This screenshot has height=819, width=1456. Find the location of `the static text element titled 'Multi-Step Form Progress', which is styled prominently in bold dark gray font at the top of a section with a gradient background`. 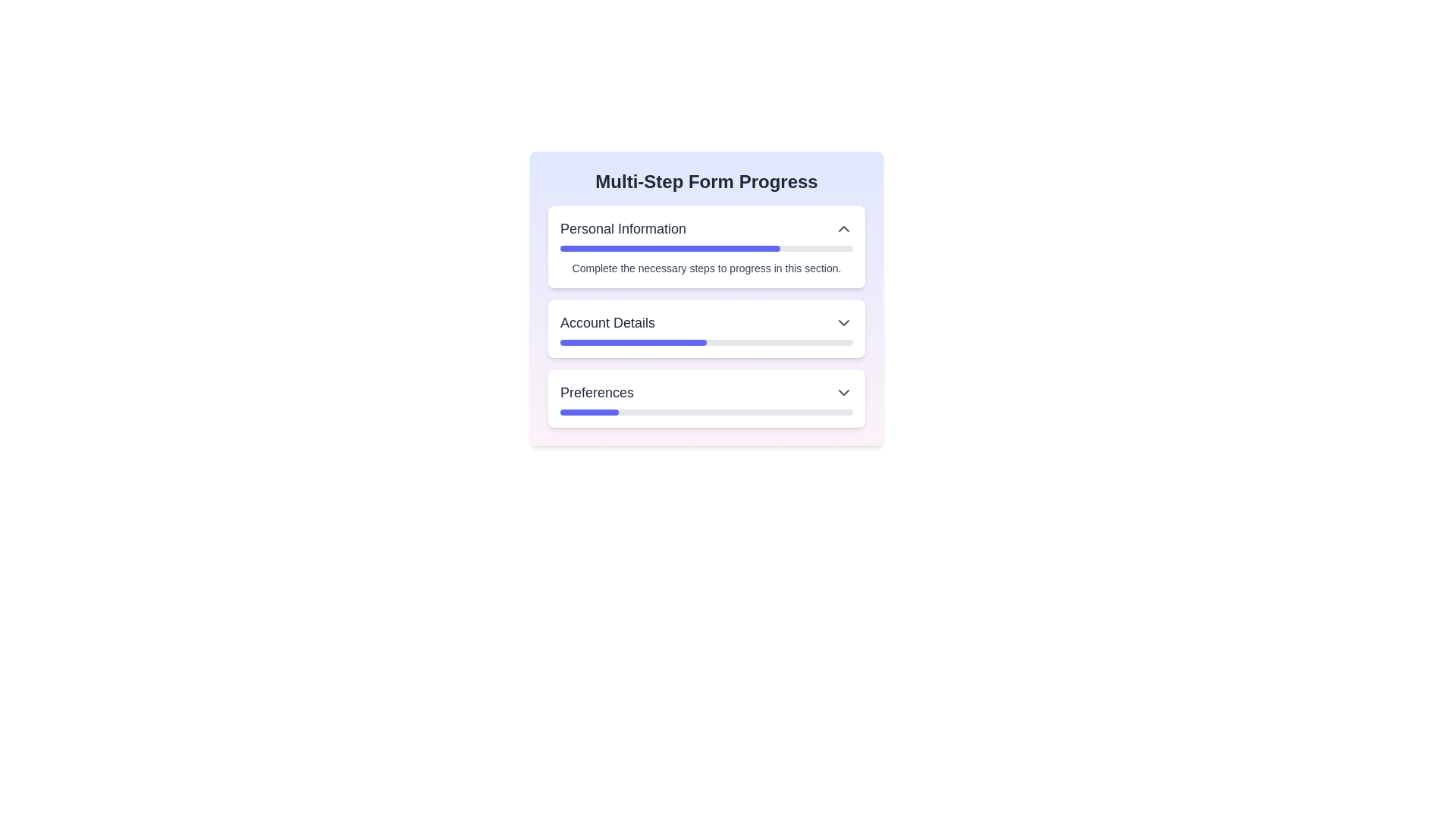

the static text element titled 'Multi-Step Form Progress', which is styled prominently in bold dark gray font at the top of a section with a gradient background is located at coordinates (705, 180).